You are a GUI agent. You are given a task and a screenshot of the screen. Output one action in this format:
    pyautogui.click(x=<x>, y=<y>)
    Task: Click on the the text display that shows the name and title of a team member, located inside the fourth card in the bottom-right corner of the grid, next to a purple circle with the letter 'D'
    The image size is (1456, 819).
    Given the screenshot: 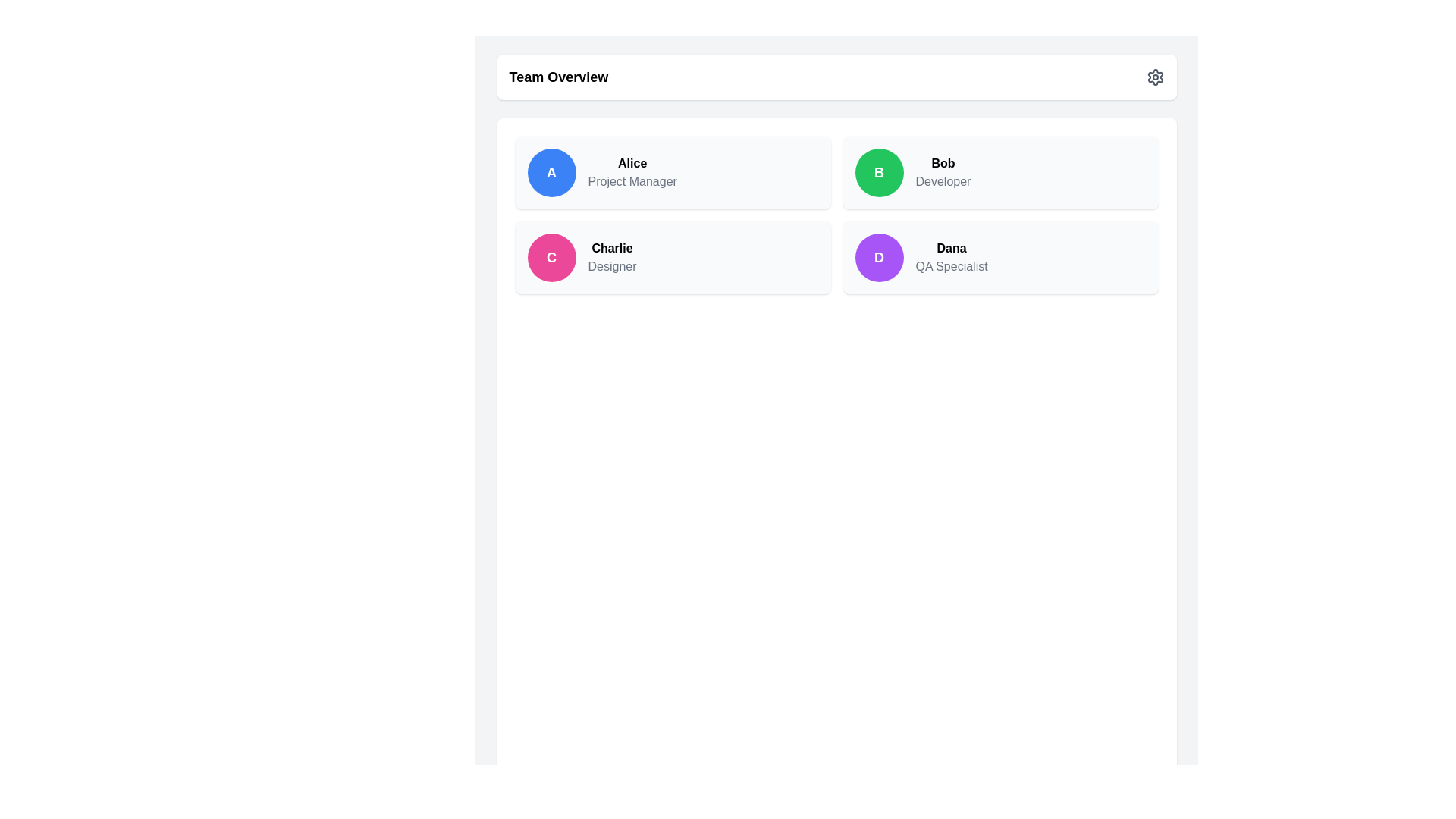 What is the action you would take?
    pyautogui.click(x=951, y=256)
    